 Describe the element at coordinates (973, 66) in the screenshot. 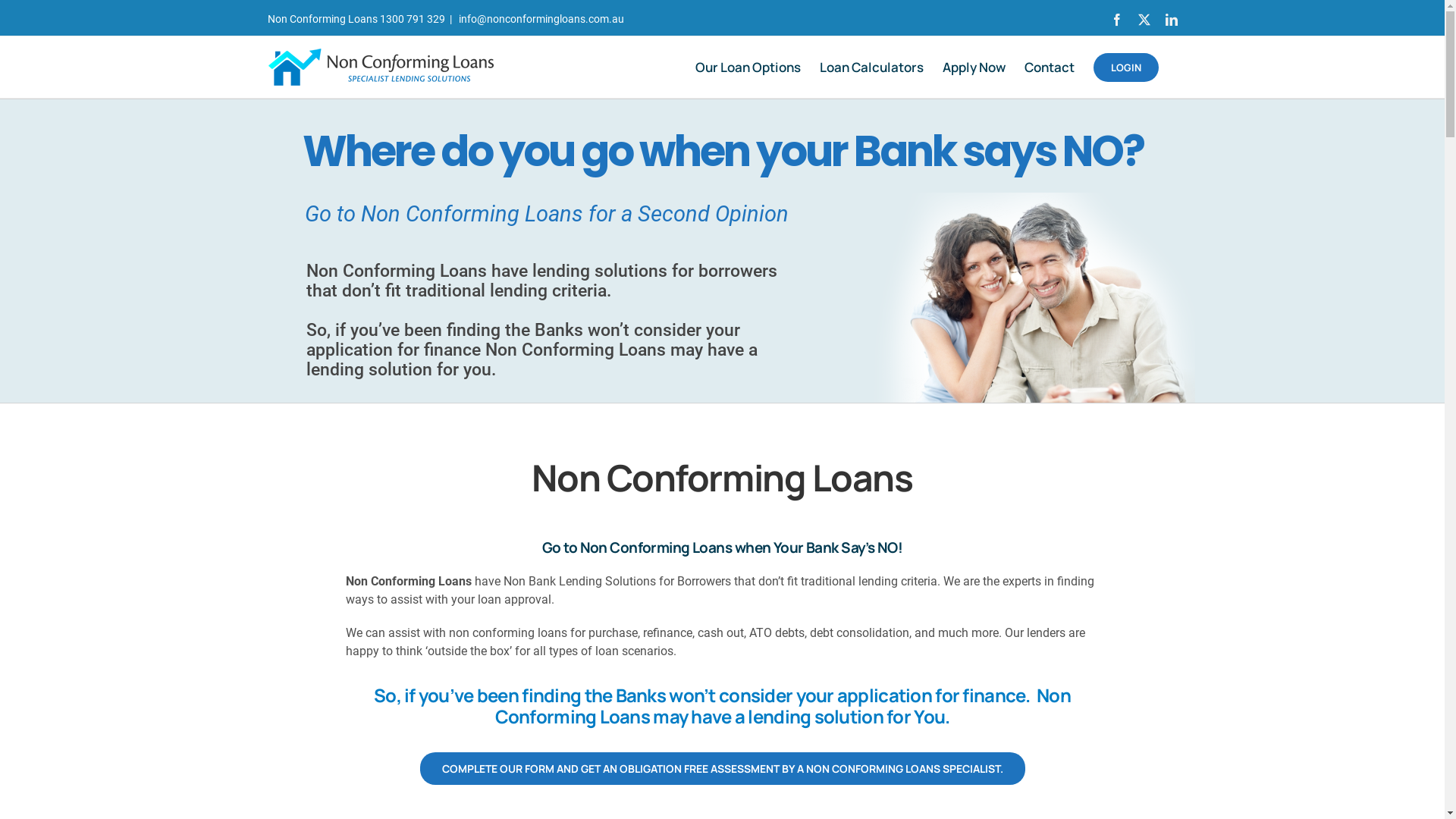

I see `'Apply Now'` at that location.